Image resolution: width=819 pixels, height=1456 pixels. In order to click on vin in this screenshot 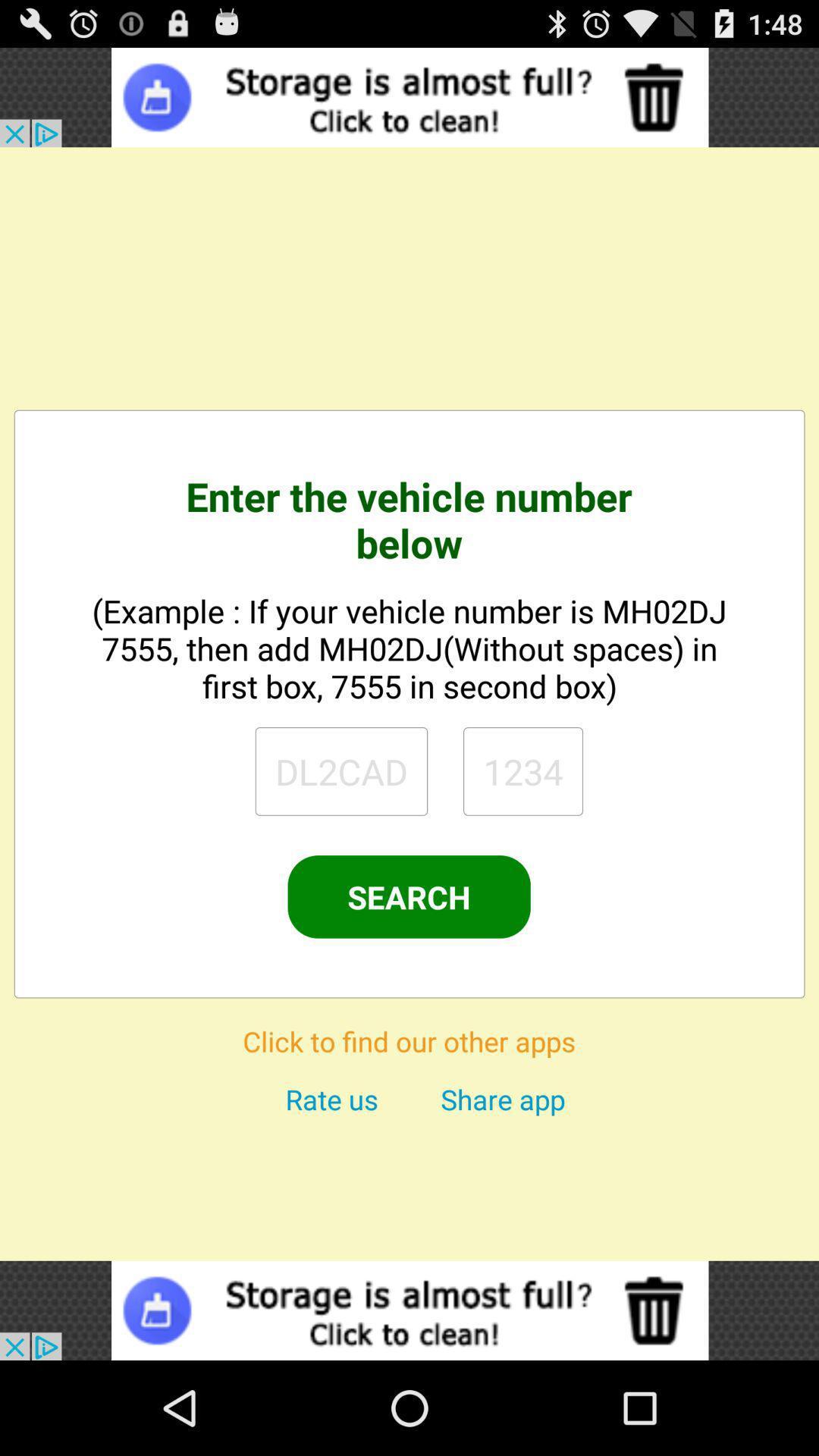, I will do `click(522, 771)`.